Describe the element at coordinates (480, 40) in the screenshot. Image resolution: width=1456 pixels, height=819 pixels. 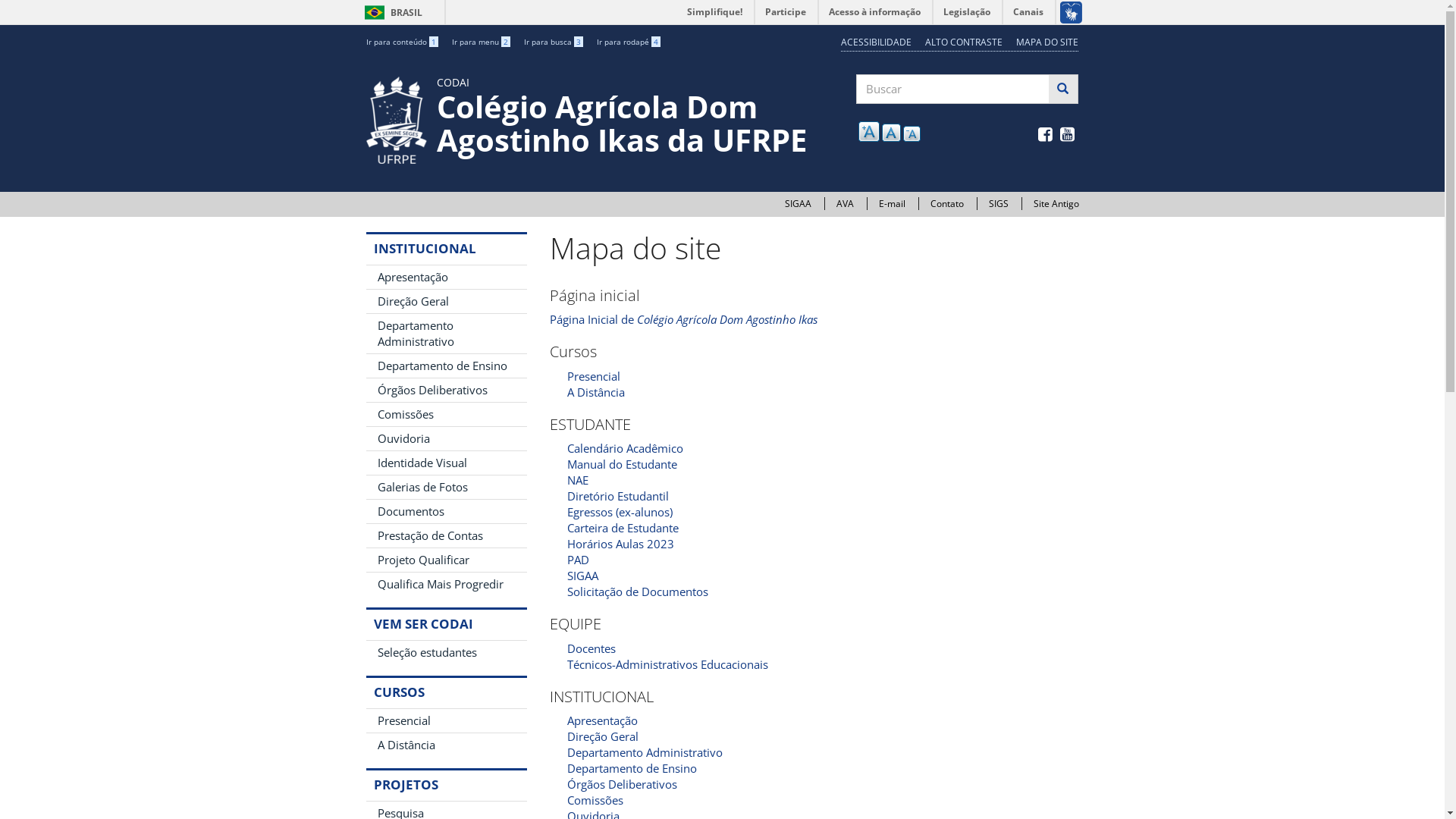
I see `'Ir para menu 2'` at that location.